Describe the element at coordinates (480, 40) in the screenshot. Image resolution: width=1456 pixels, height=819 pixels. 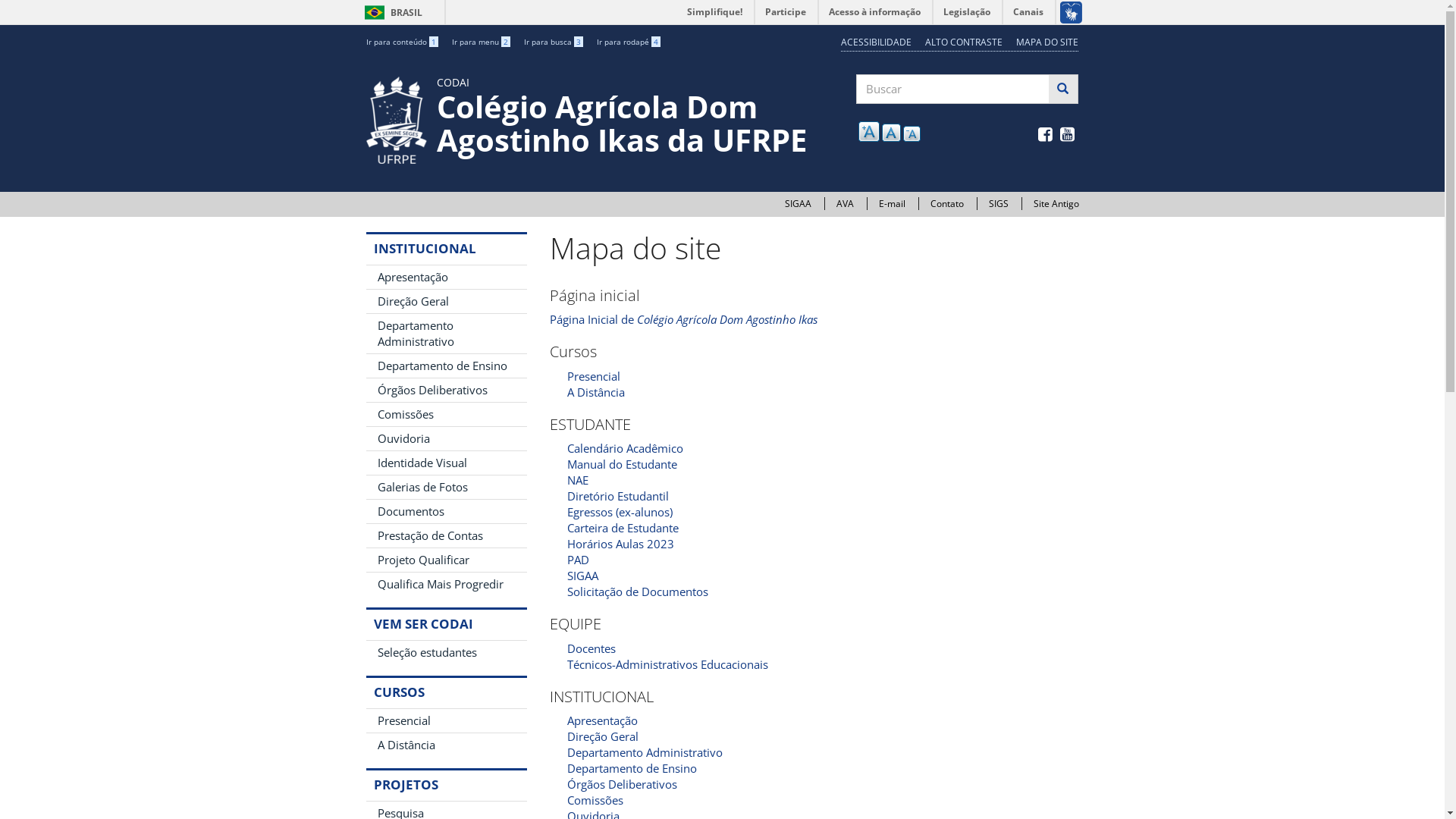
I see `'Ir para menu 2'` at that location.